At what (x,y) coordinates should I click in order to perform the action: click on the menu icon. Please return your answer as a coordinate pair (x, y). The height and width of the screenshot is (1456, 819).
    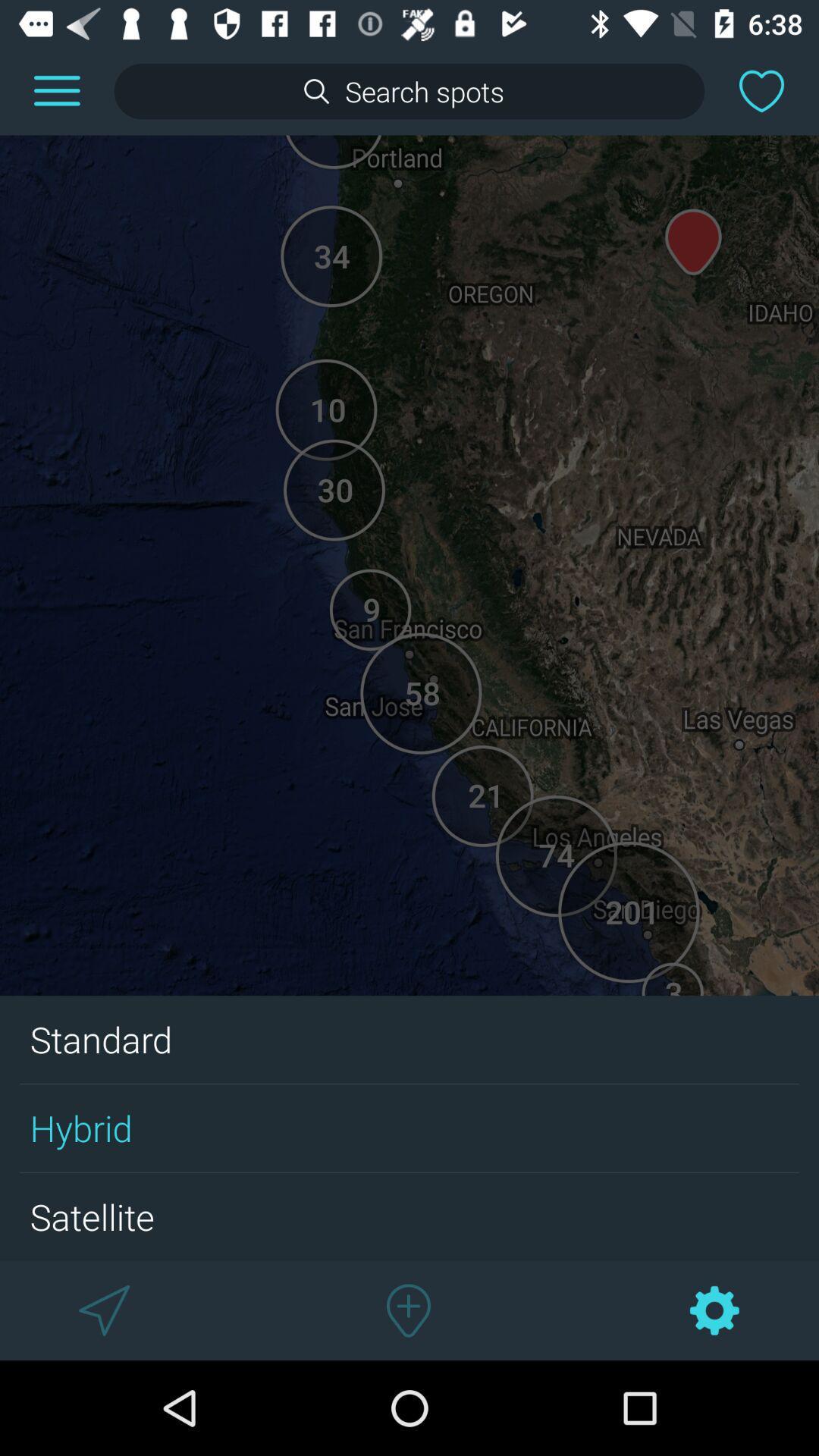
    Looking at the image, I should click on (56, 90).